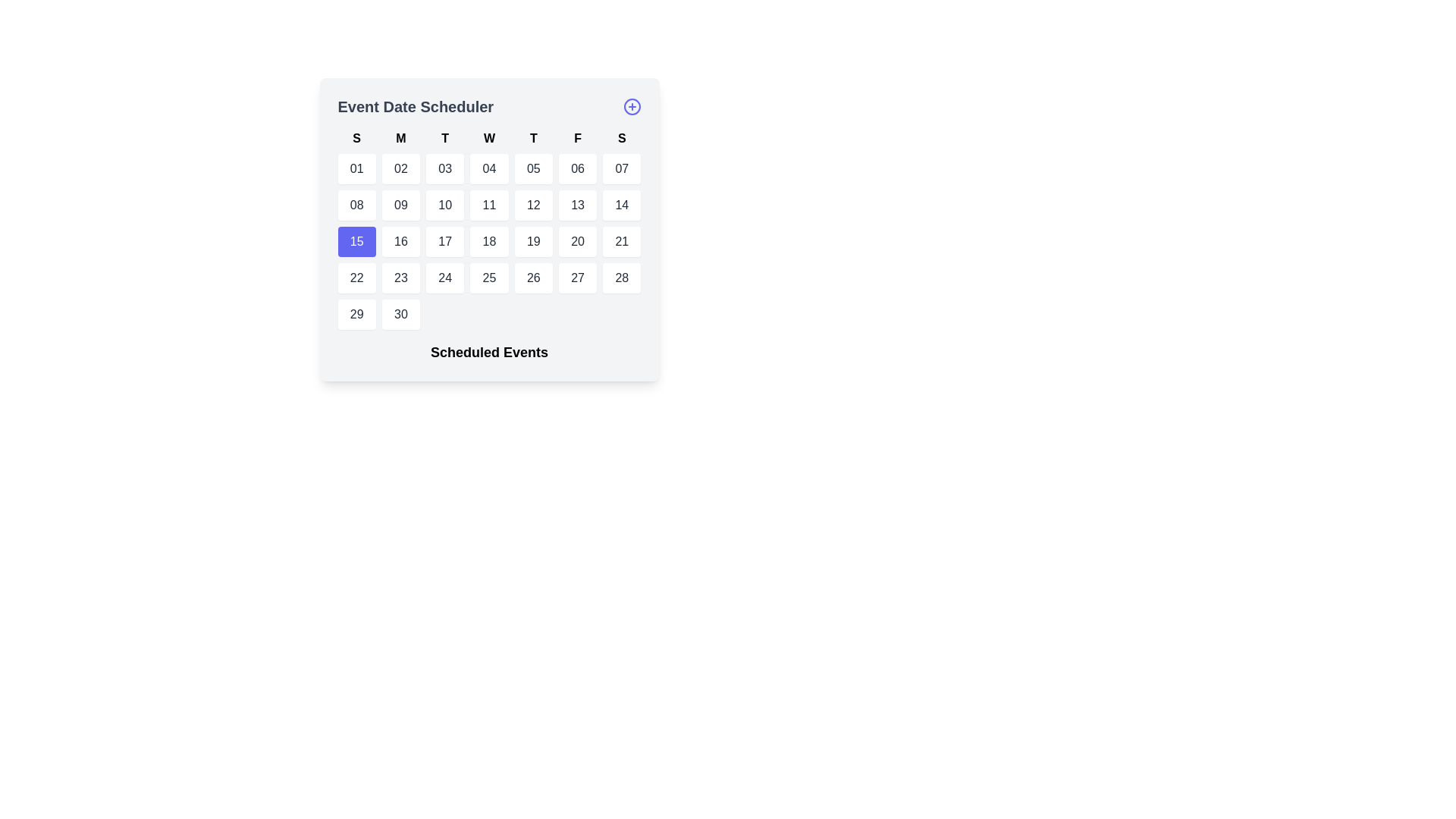 This screenshot has width=1456, height=819. Describe the element at coordinates (444, 205) in the screenshot. I see `the rectangular calendar cell containing the text '10', which is located in the second row and third column of the calendar grid` at that location.